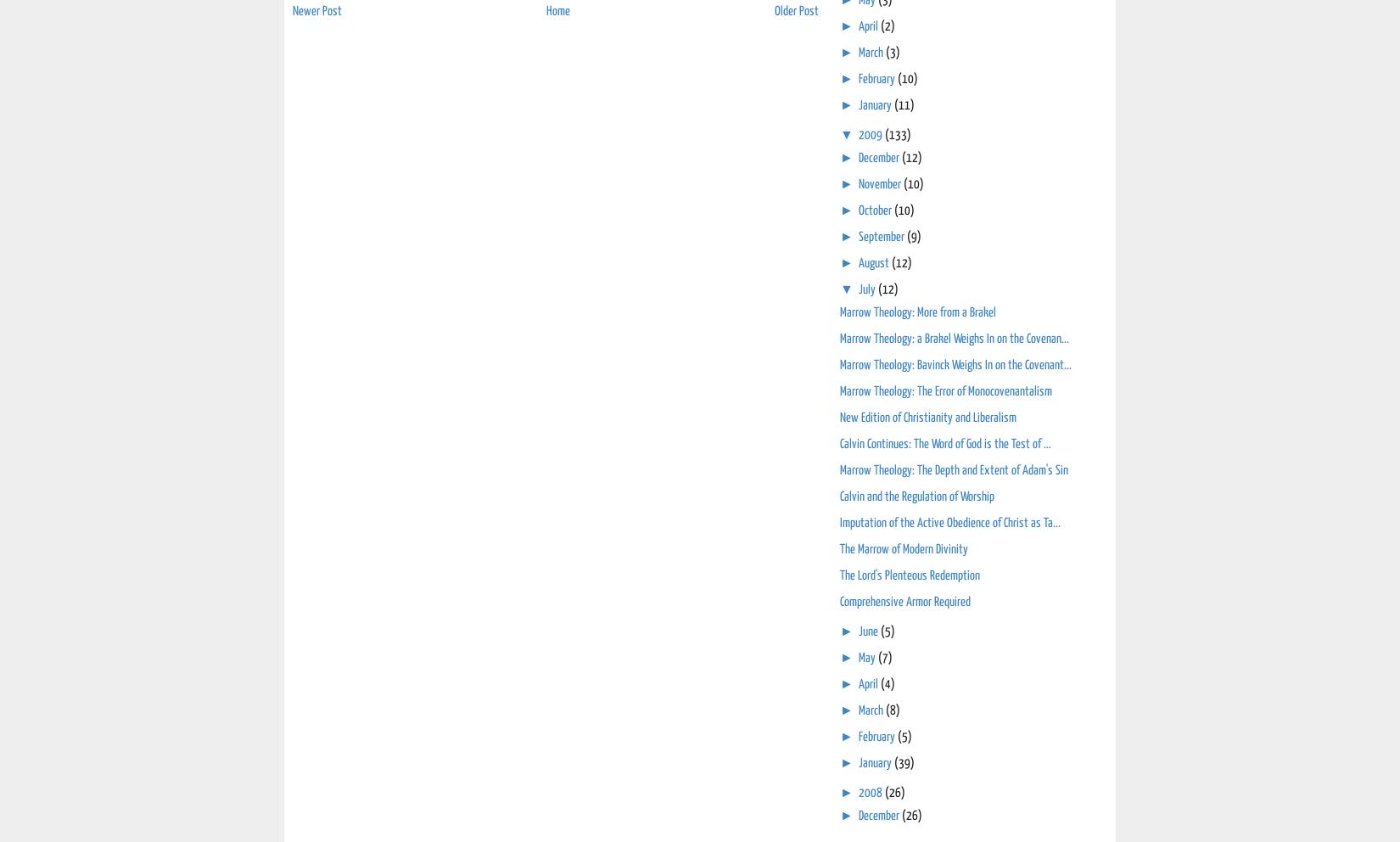  Describe the element at coordinates (797, 10) in the screenshot. I see `'Older Post'` at that location.